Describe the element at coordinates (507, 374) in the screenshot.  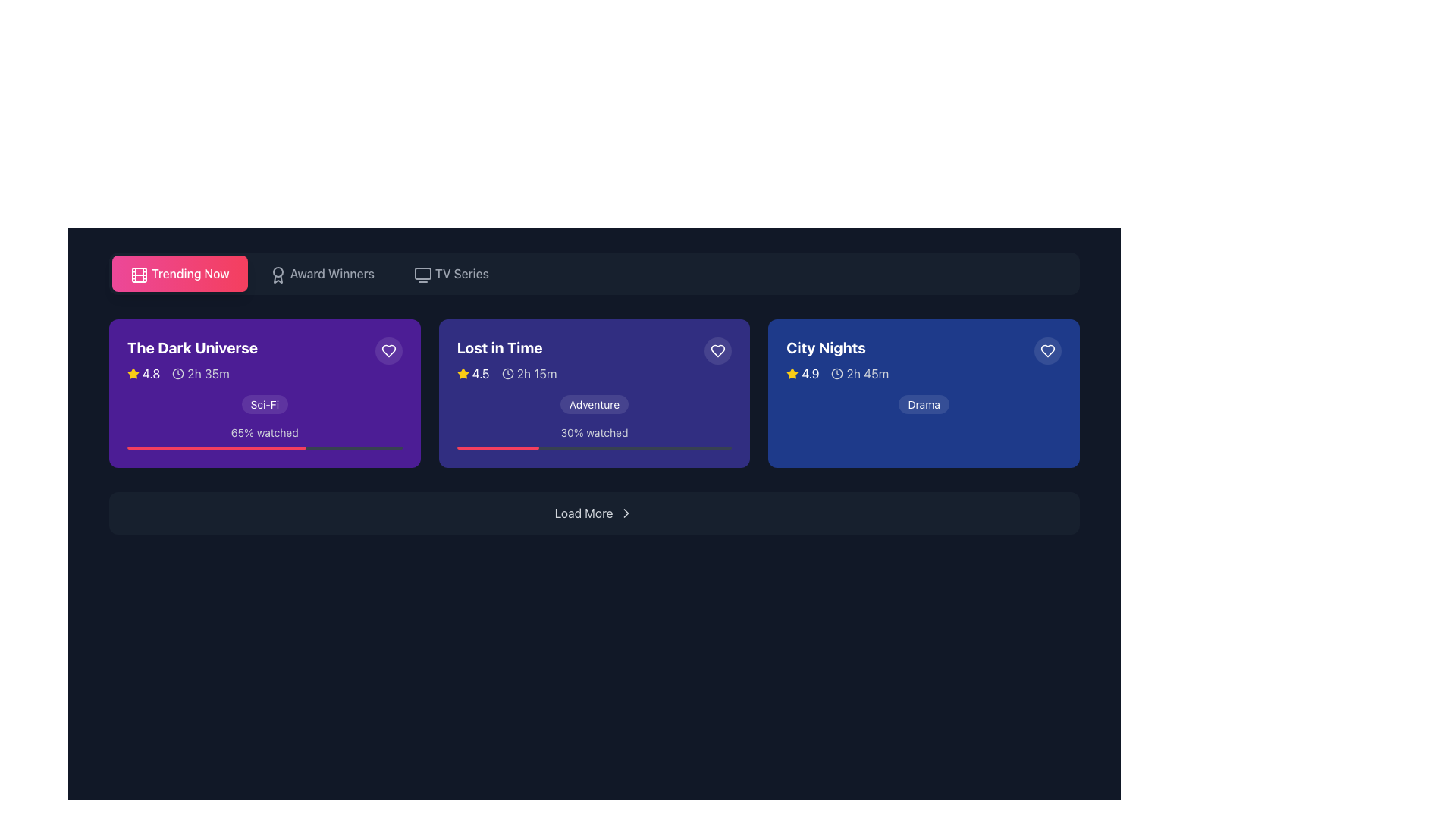
I see `the time duration icon located in the 'Lost in Time' card, which indicates the duration of the associated content and is positioned to the left of the text '2h 15m'` at that location.